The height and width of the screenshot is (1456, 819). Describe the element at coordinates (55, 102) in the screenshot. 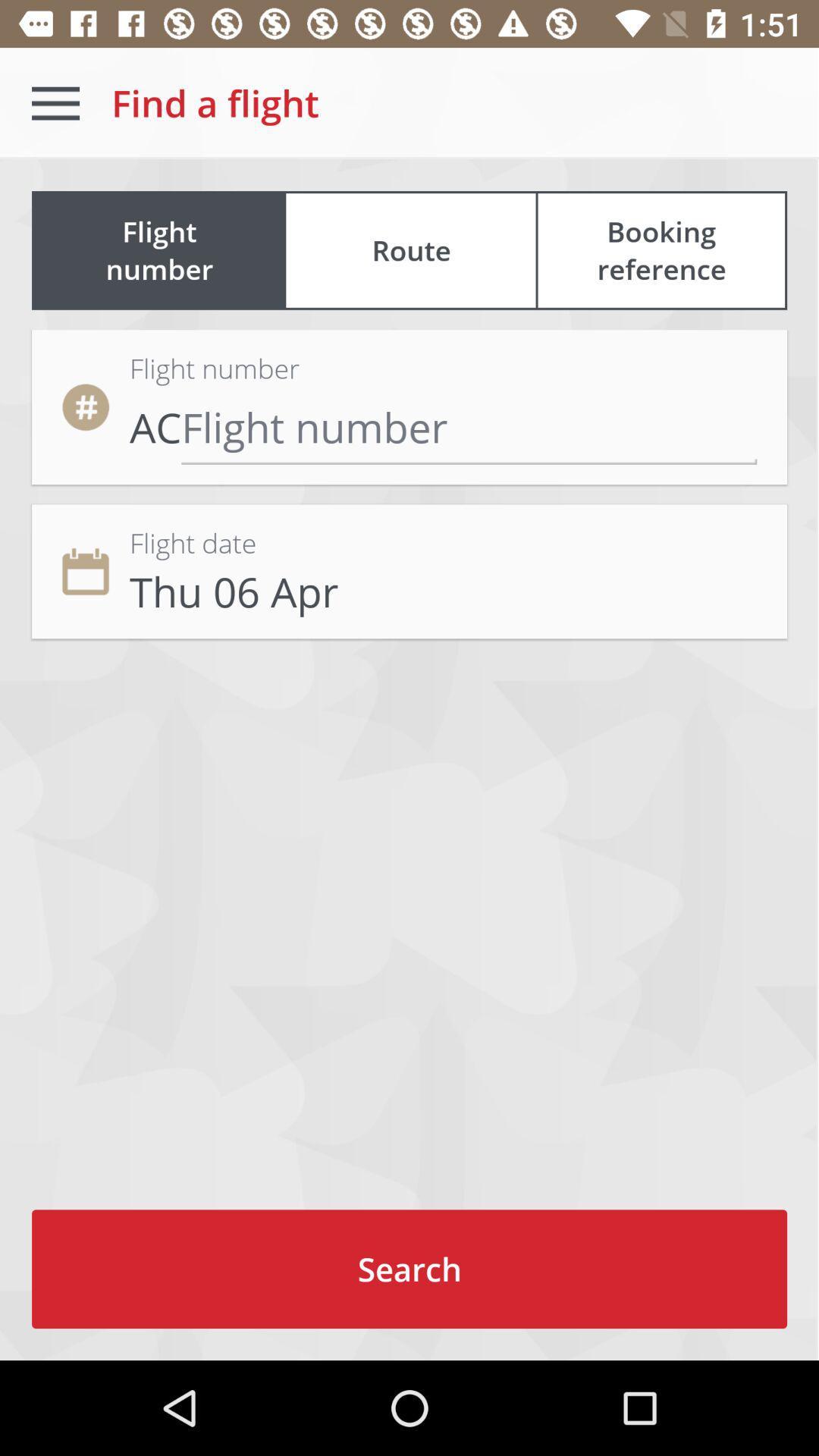

I see `the icon to the left of the find a flight` at that location.